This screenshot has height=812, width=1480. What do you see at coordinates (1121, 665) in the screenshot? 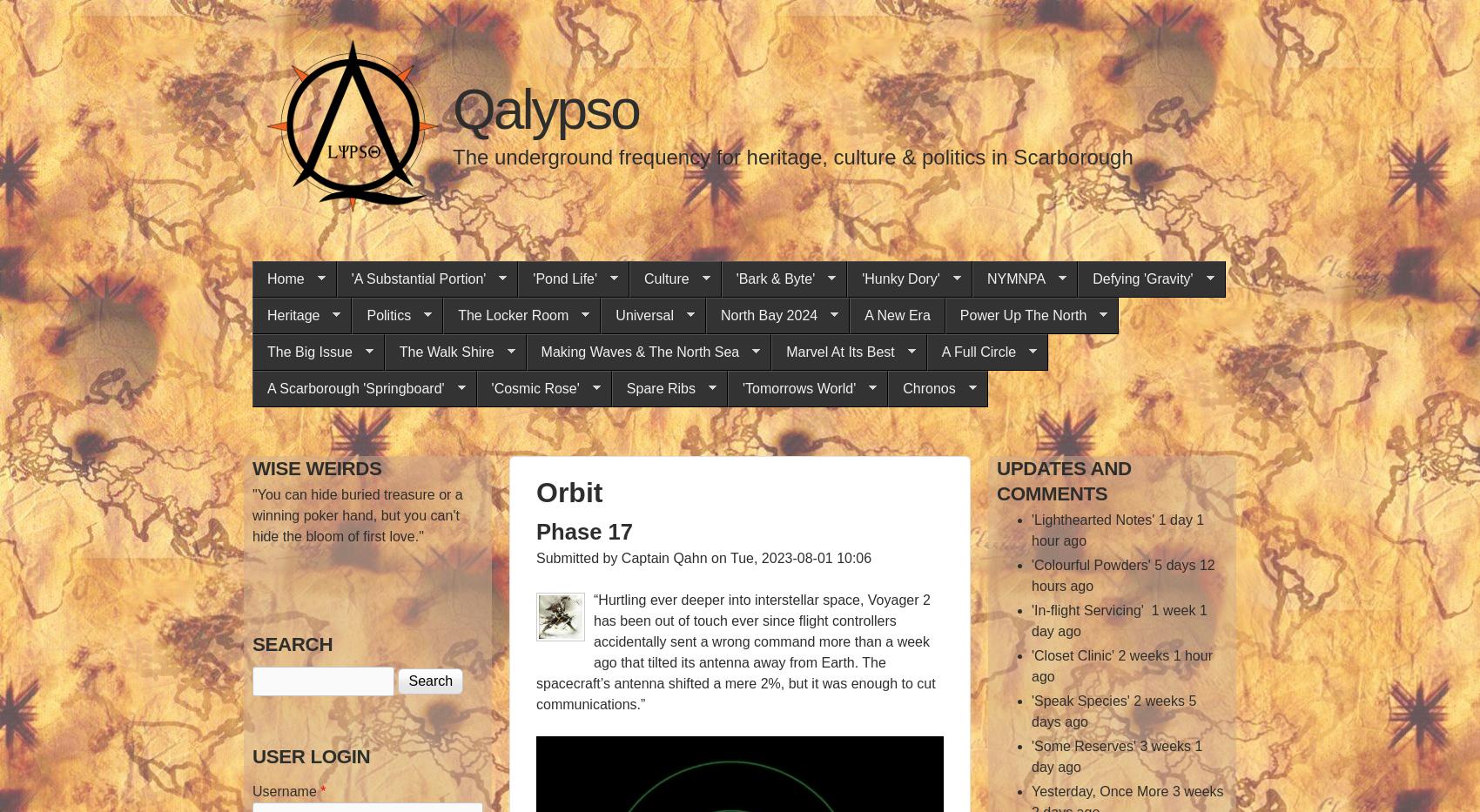
I see `'2 weeks 1 hour ago'` at bounding box center [1121, 665].